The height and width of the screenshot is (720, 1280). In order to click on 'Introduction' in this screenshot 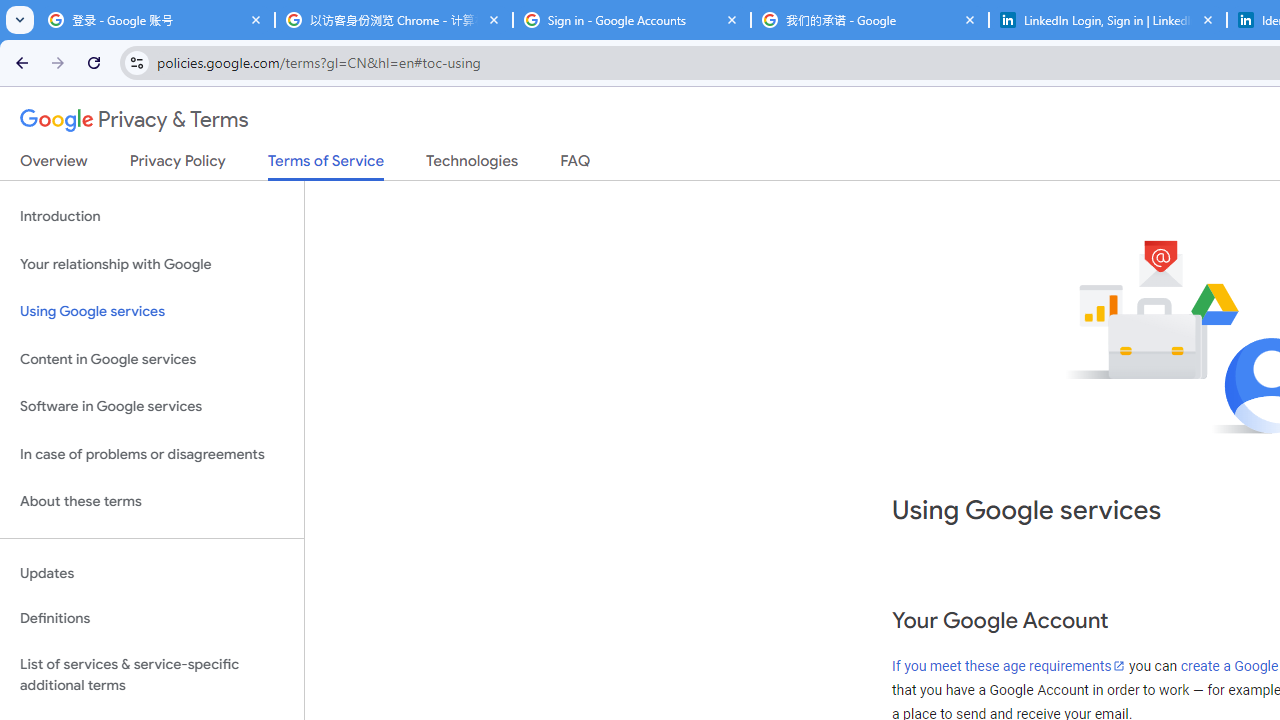, I will do `click(151, 217)`.